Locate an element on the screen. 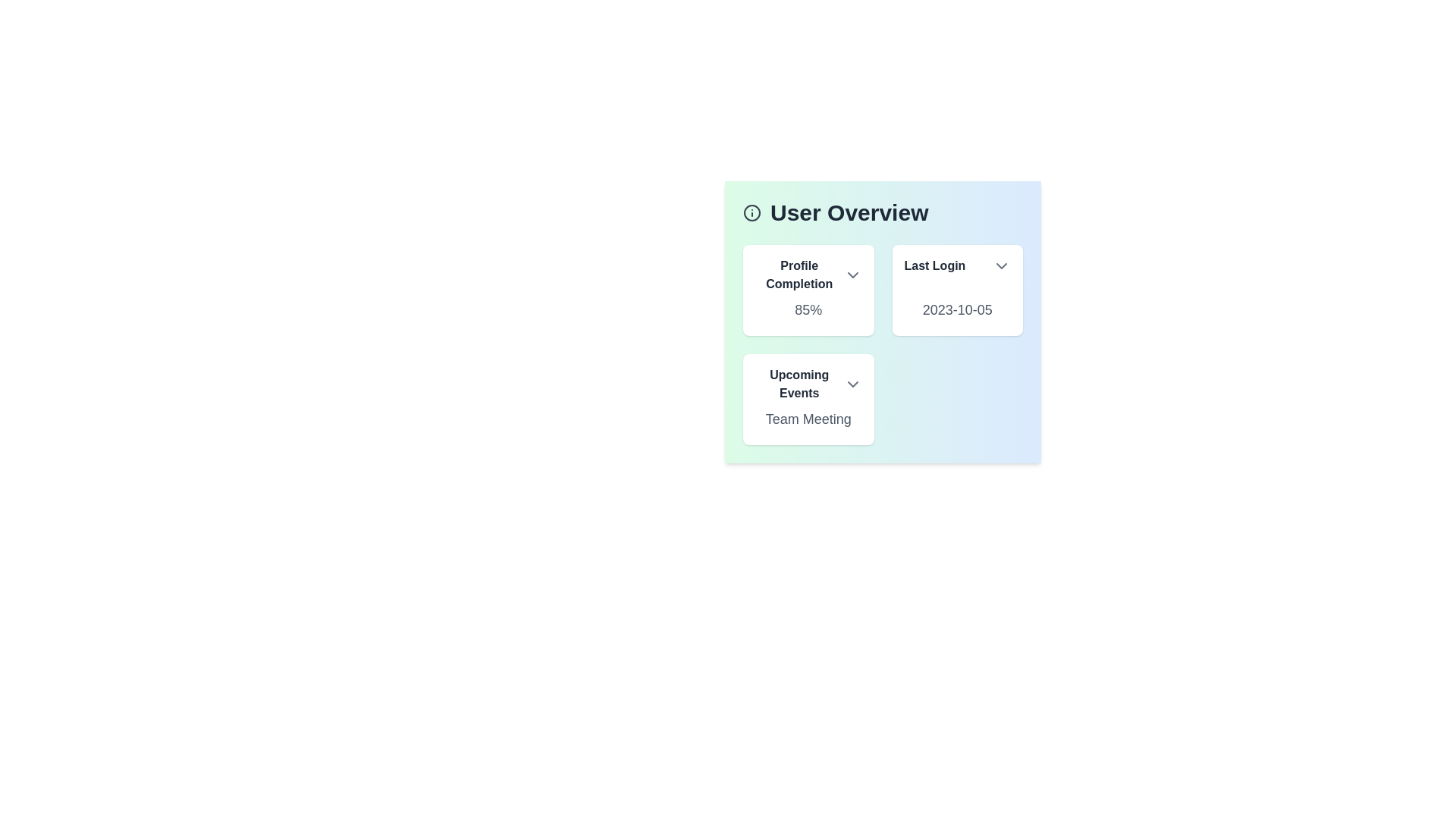 This screenshot has height=819, width=1456. the text label displaying '85%' located in the 'Profile Completion' section of the 'User Overview' module is located at coordinates (808, 309).